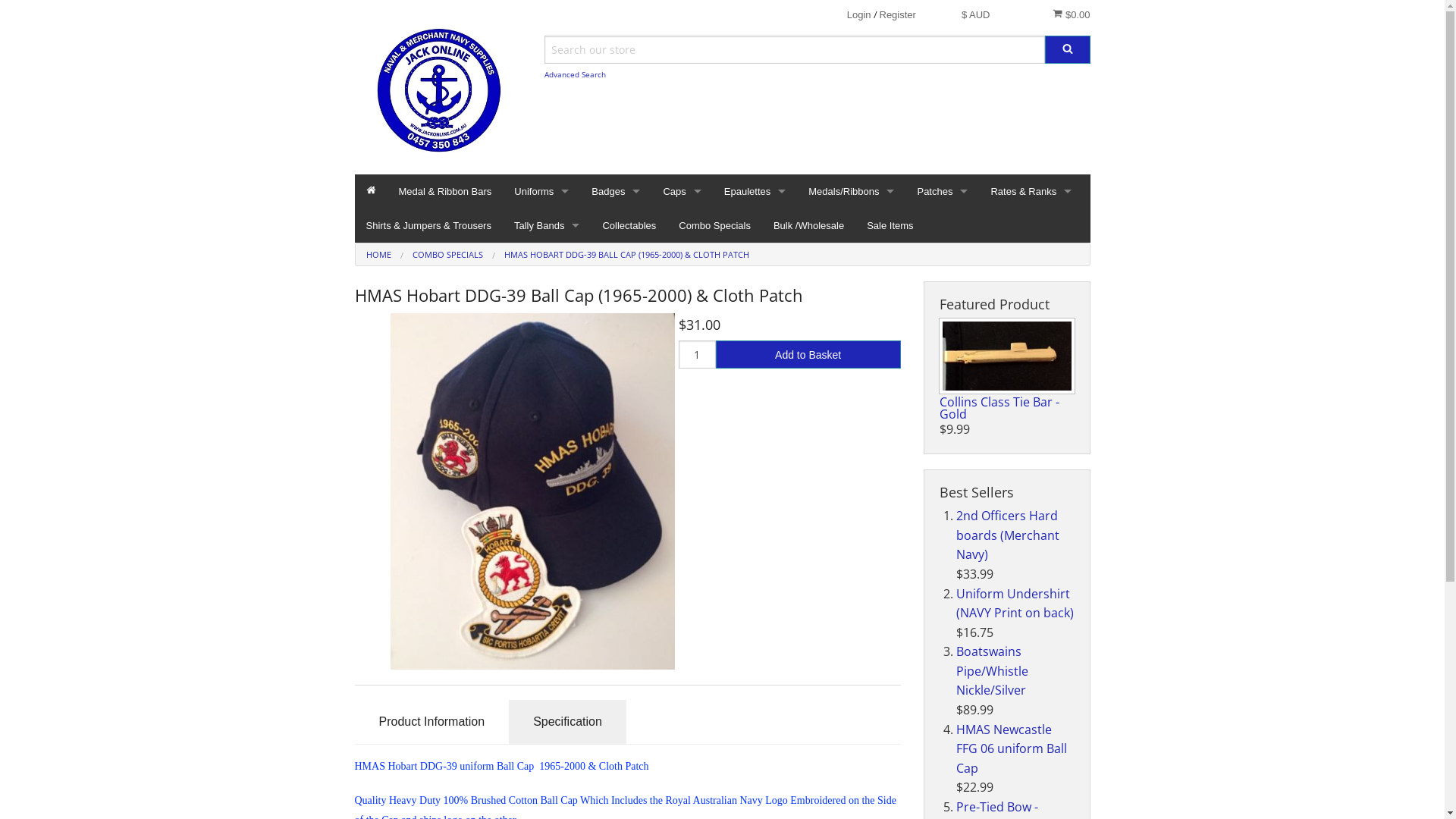  I want to click on 'Shirts & Jumpers & Trousers', so click(428, 225).